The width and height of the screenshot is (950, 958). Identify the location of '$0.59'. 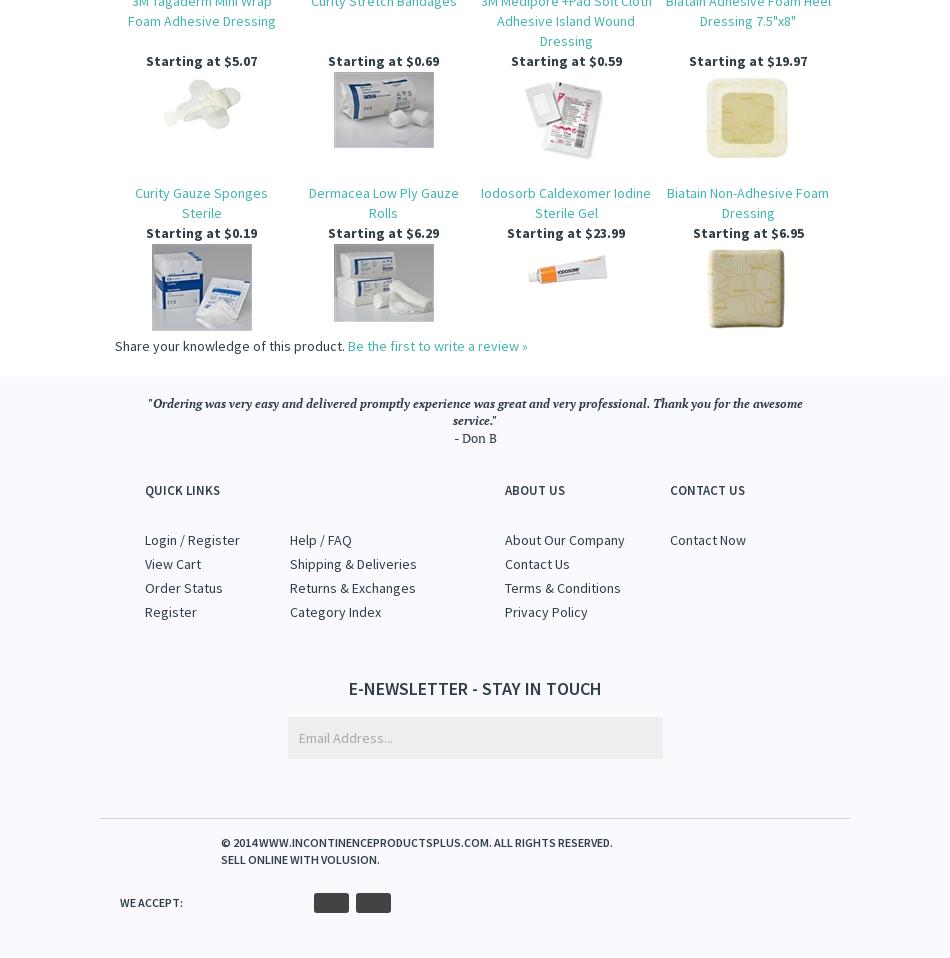
(602, 60).